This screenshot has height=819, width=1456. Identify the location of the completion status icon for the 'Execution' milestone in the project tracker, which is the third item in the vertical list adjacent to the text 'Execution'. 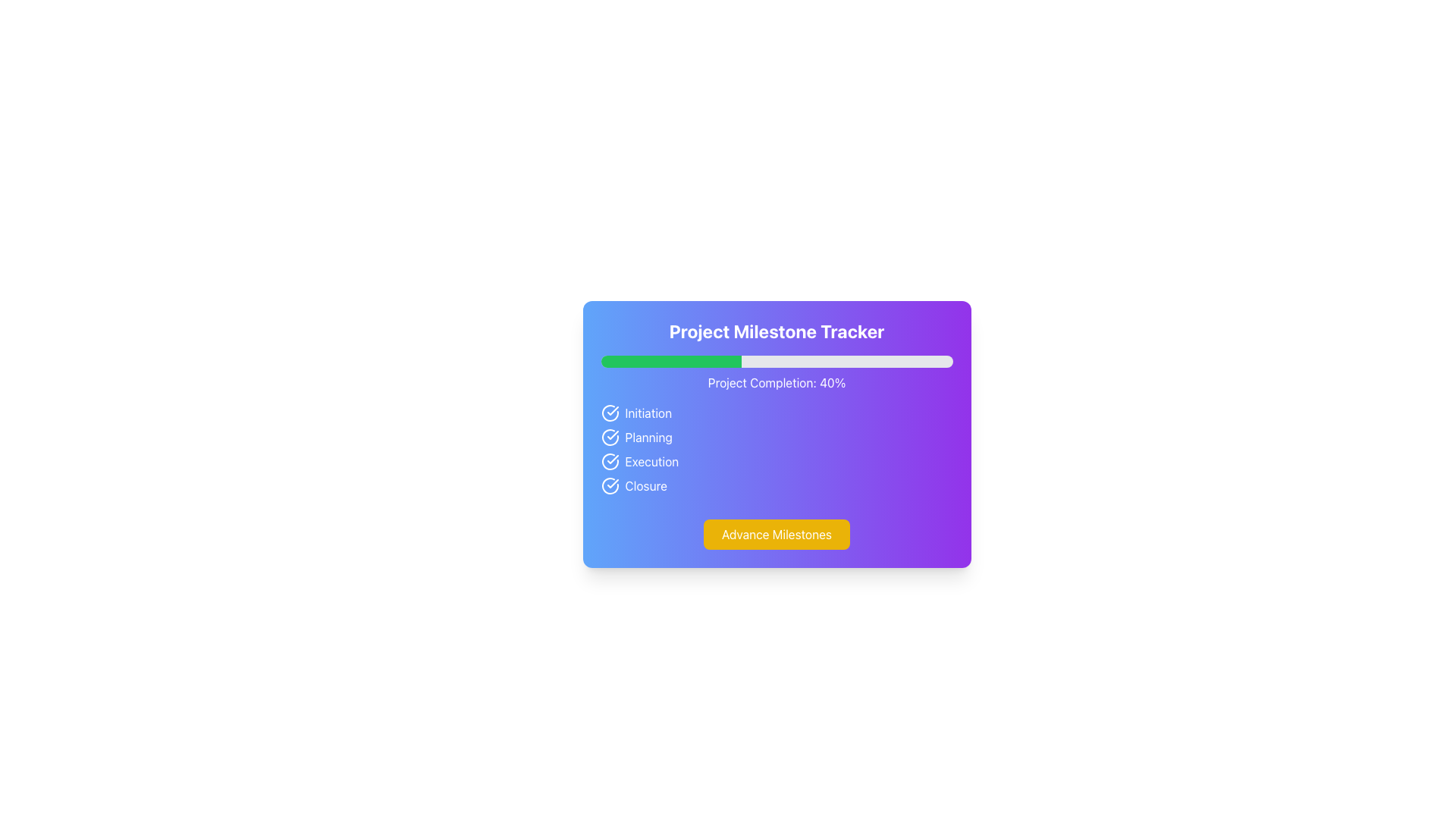
(613, 461).